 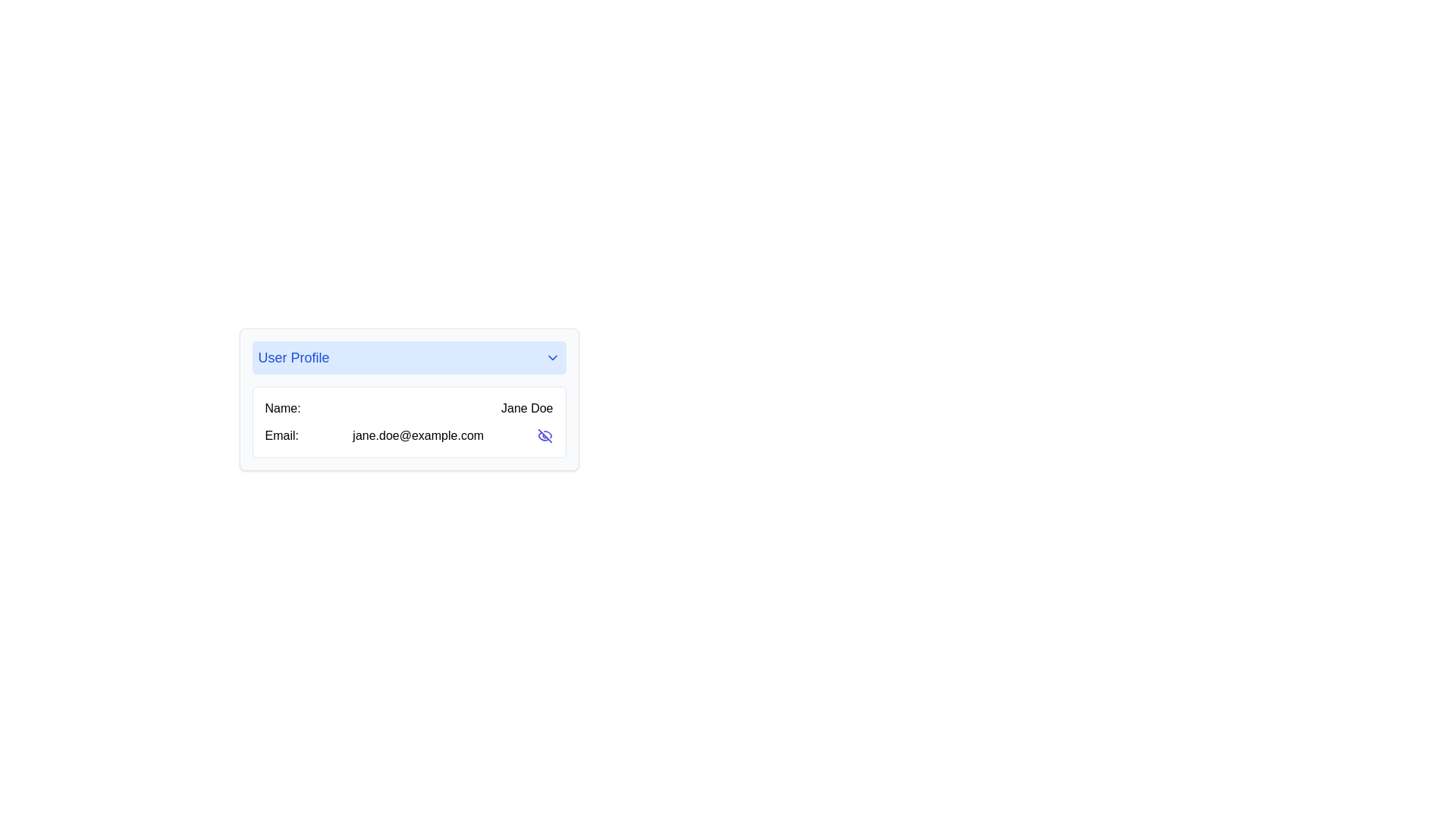 What do you see at coordinates (551, 357) in the screenshot?
I see `the downward-pointing chevron icon in the top-right corner of the 'User Profile' section` at bounding box center [551, 357].